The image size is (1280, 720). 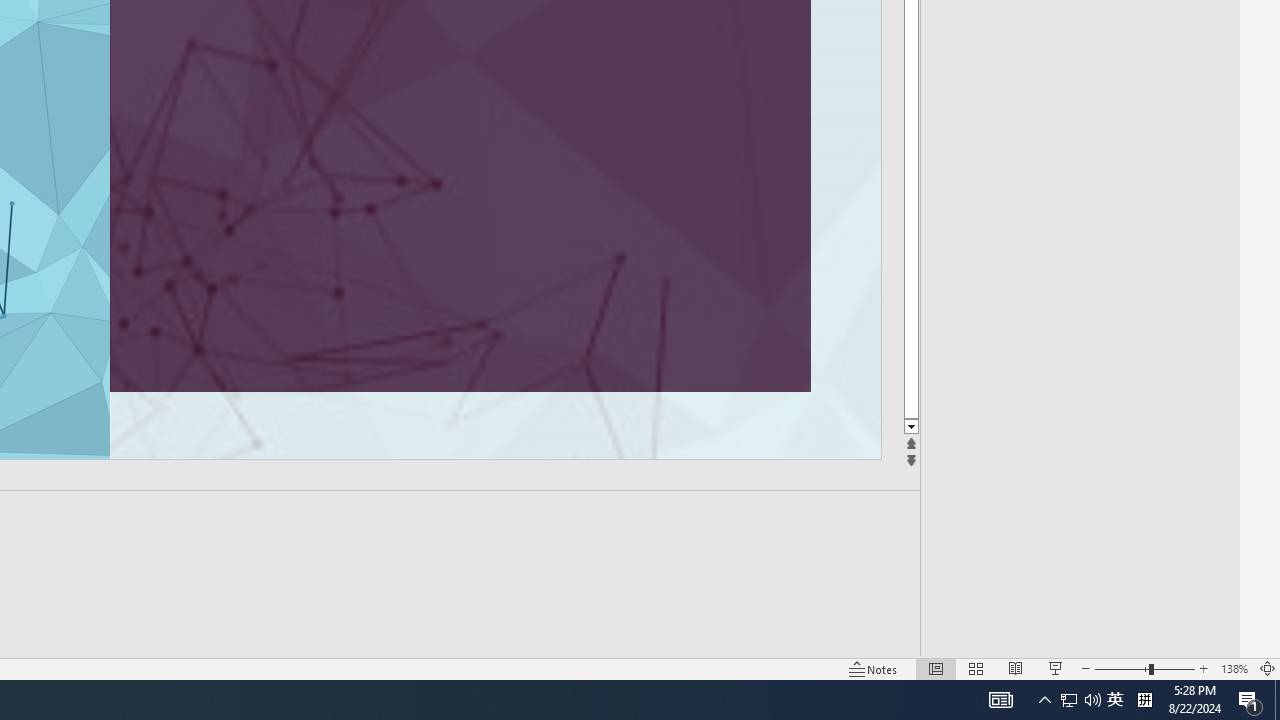 I want to click on 'Zoom to Fit ', so click(x=1266, y=669).